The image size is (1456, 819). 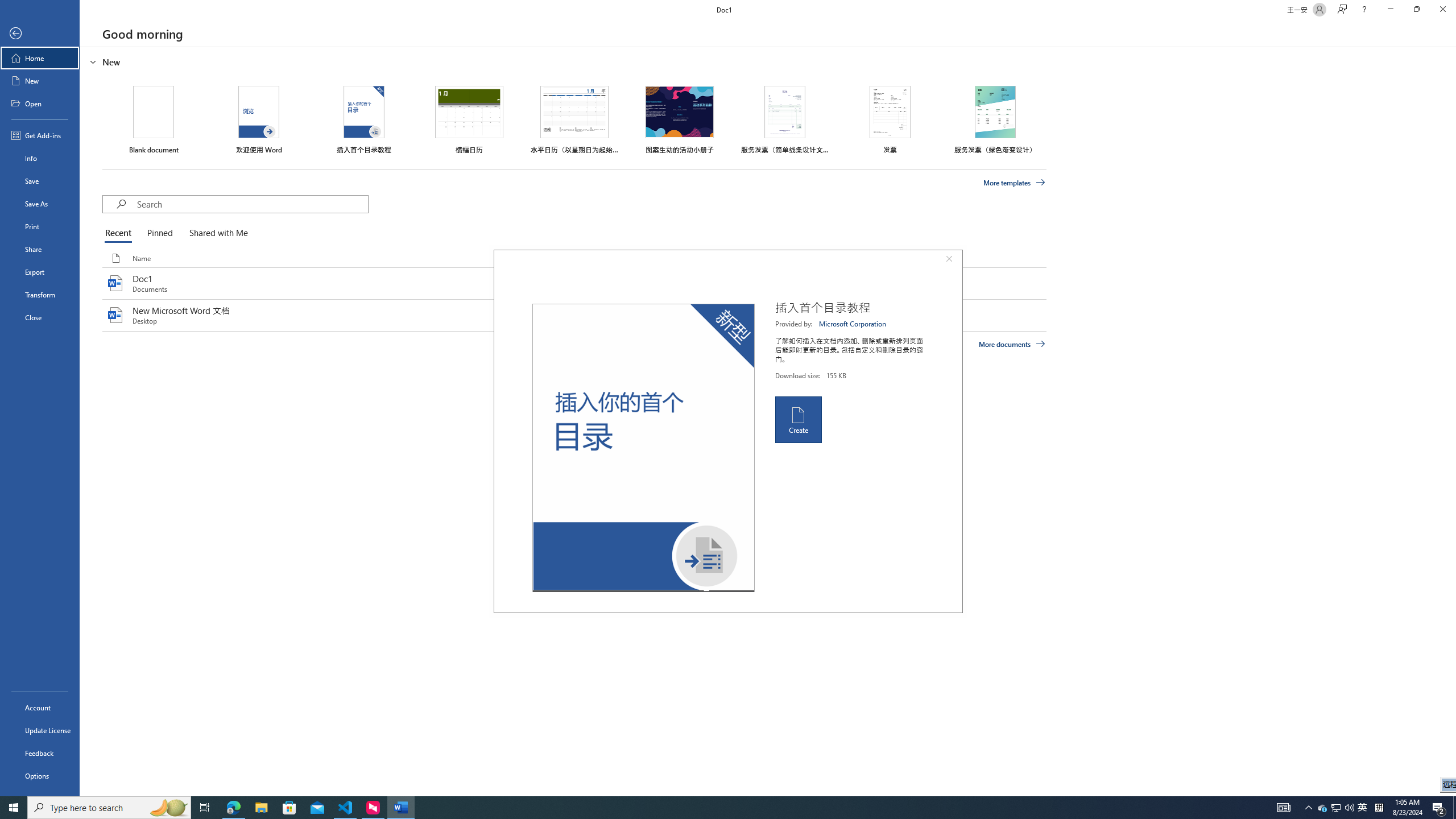 I want to click on 'Pinned', so click(x=159, y=233).